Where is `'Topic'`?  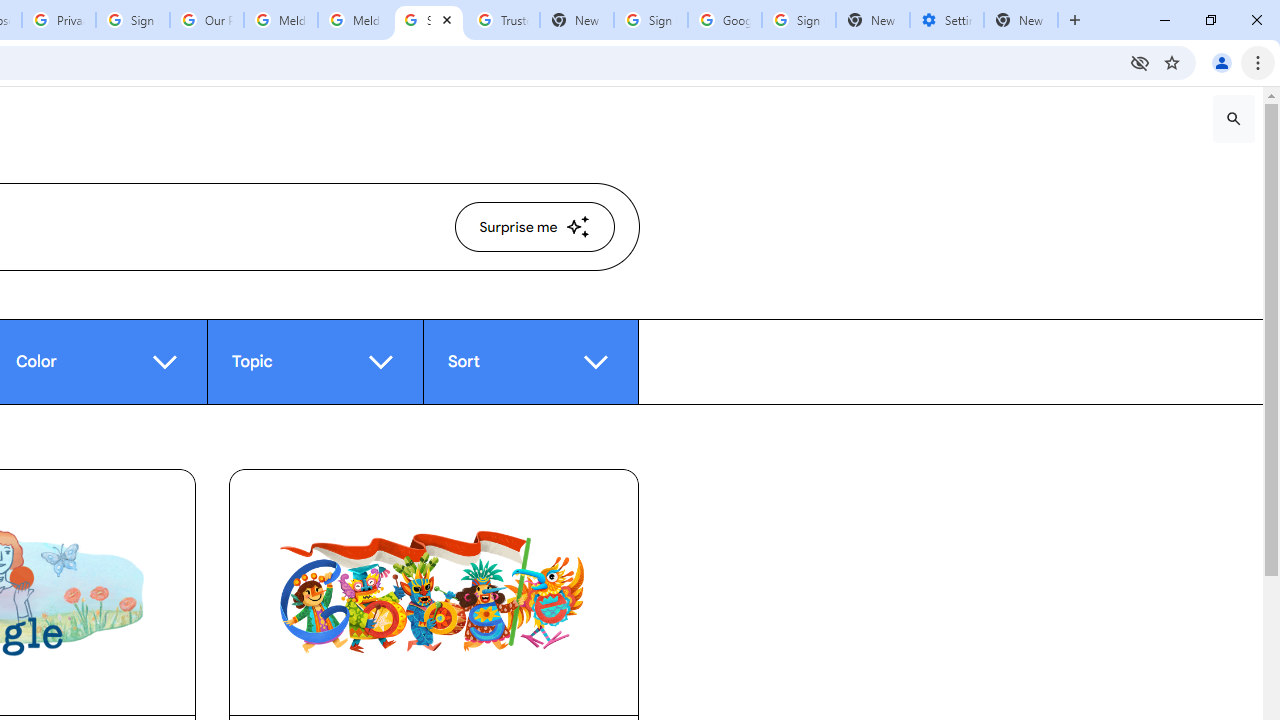 'Topic' is located at coordinates (313, 361).